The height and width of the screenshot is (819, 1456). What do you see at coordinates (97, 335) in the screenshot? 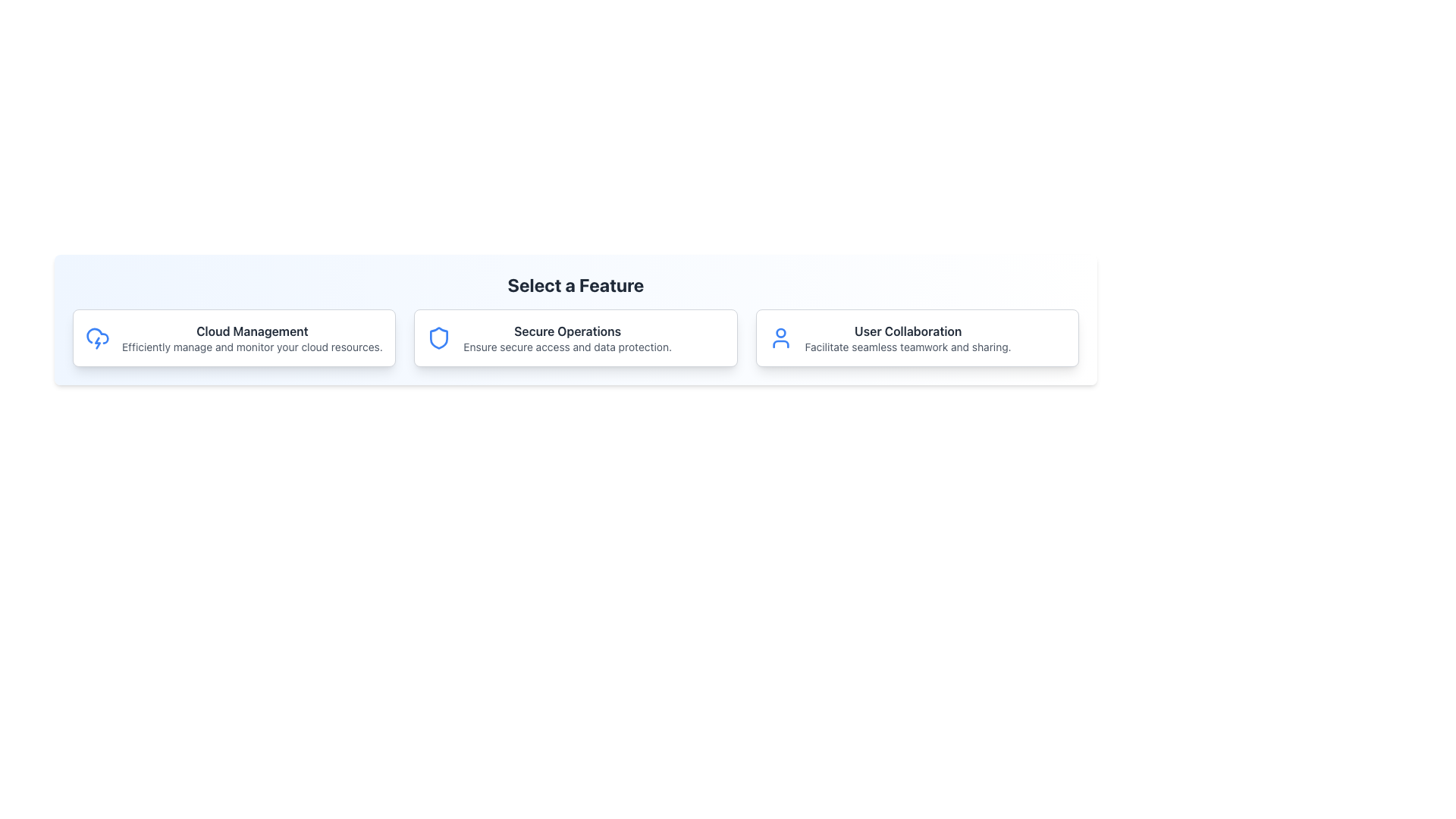
I see `the cloud-shaped vector graphic icon located in the 'Cloud Management' panel, which features a distinct blue color scheme and a sharper edge design` at bounding box center [97, 335].